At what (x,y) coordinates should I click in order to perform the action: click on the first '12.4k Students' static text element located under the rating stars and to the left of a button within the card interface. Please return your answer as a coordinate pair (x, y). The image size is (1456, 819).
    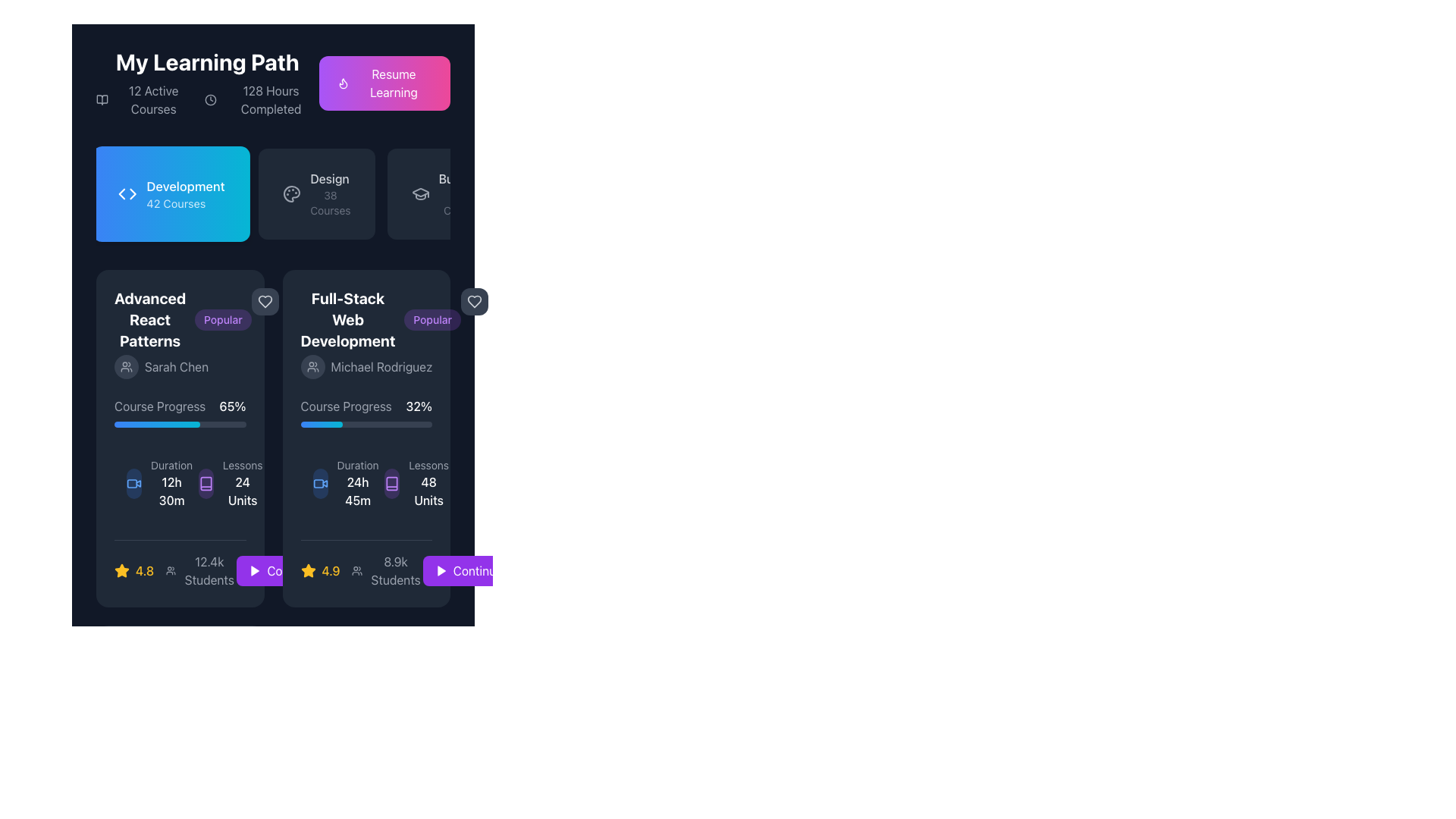
    Looking at the image, I should click on (209, 570).